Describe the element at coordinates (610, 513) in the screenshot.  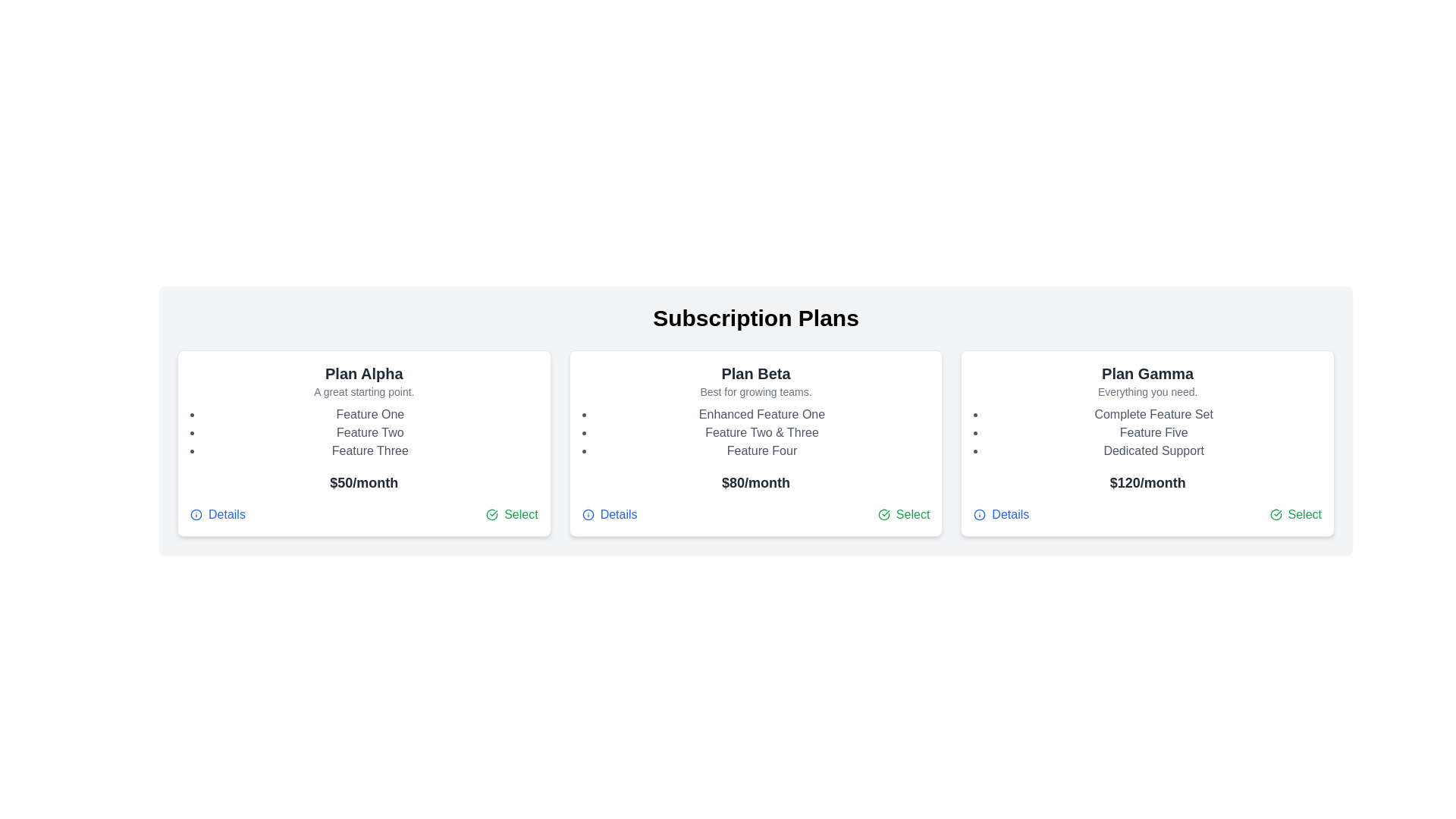
I see `the hyperlinked text labeled 'Details' with an information icon on its left` at that location.